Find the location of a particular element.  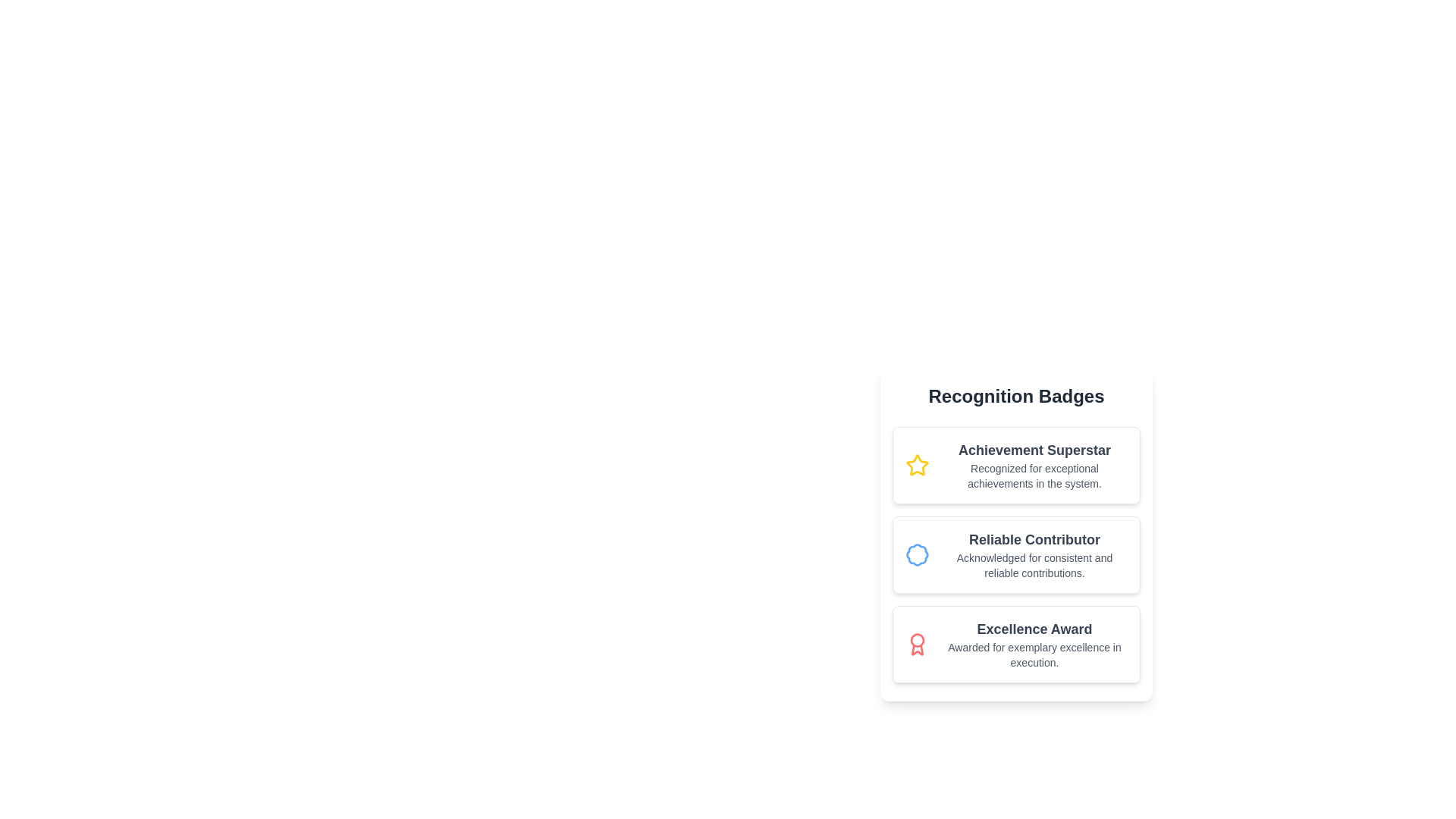

the badge icon representing 'Reliable Contributor' is located at coordinates (916, 555).